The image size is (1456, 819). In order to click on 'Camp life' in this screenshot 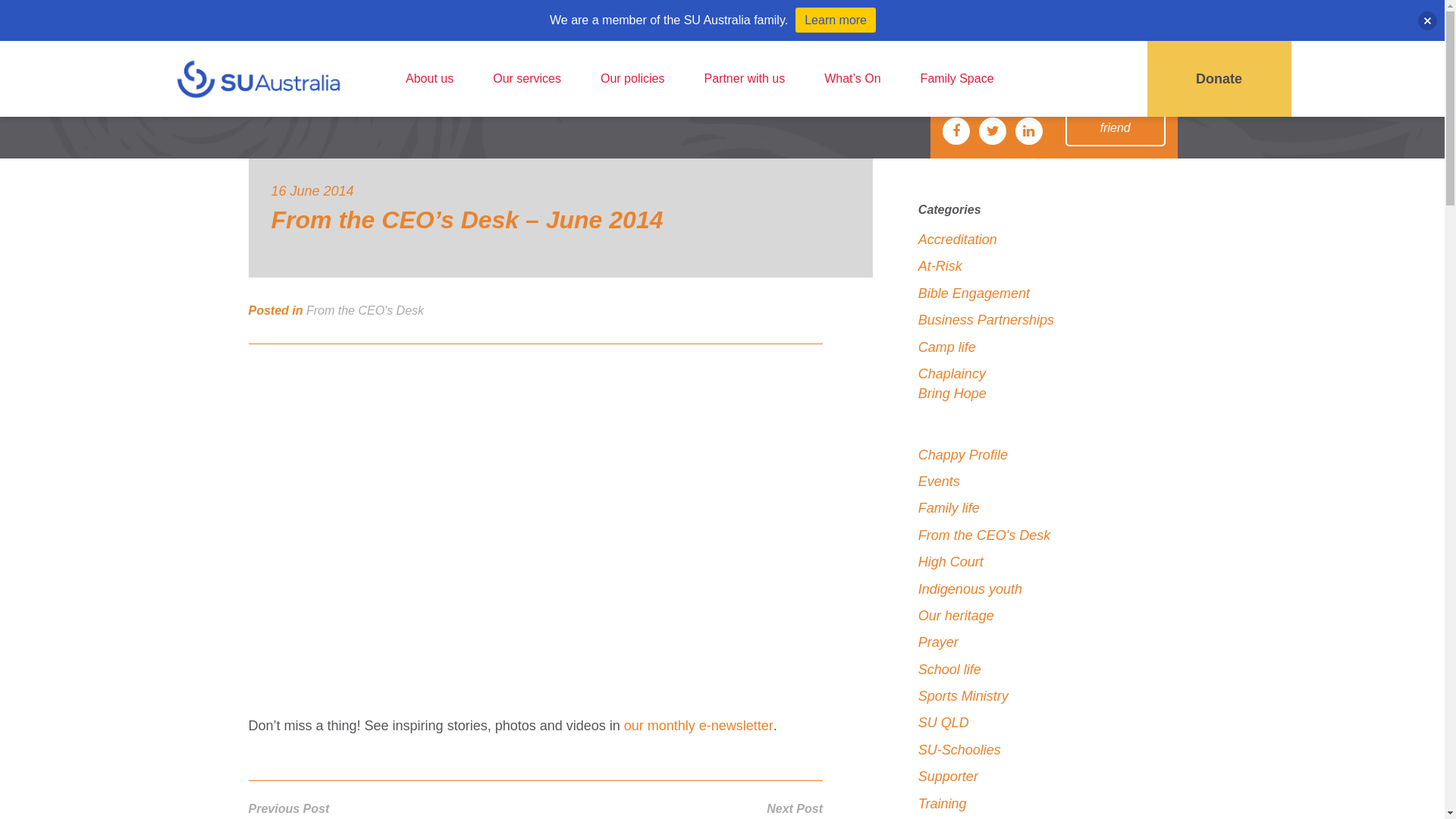, I will do `click(946, 346)`.